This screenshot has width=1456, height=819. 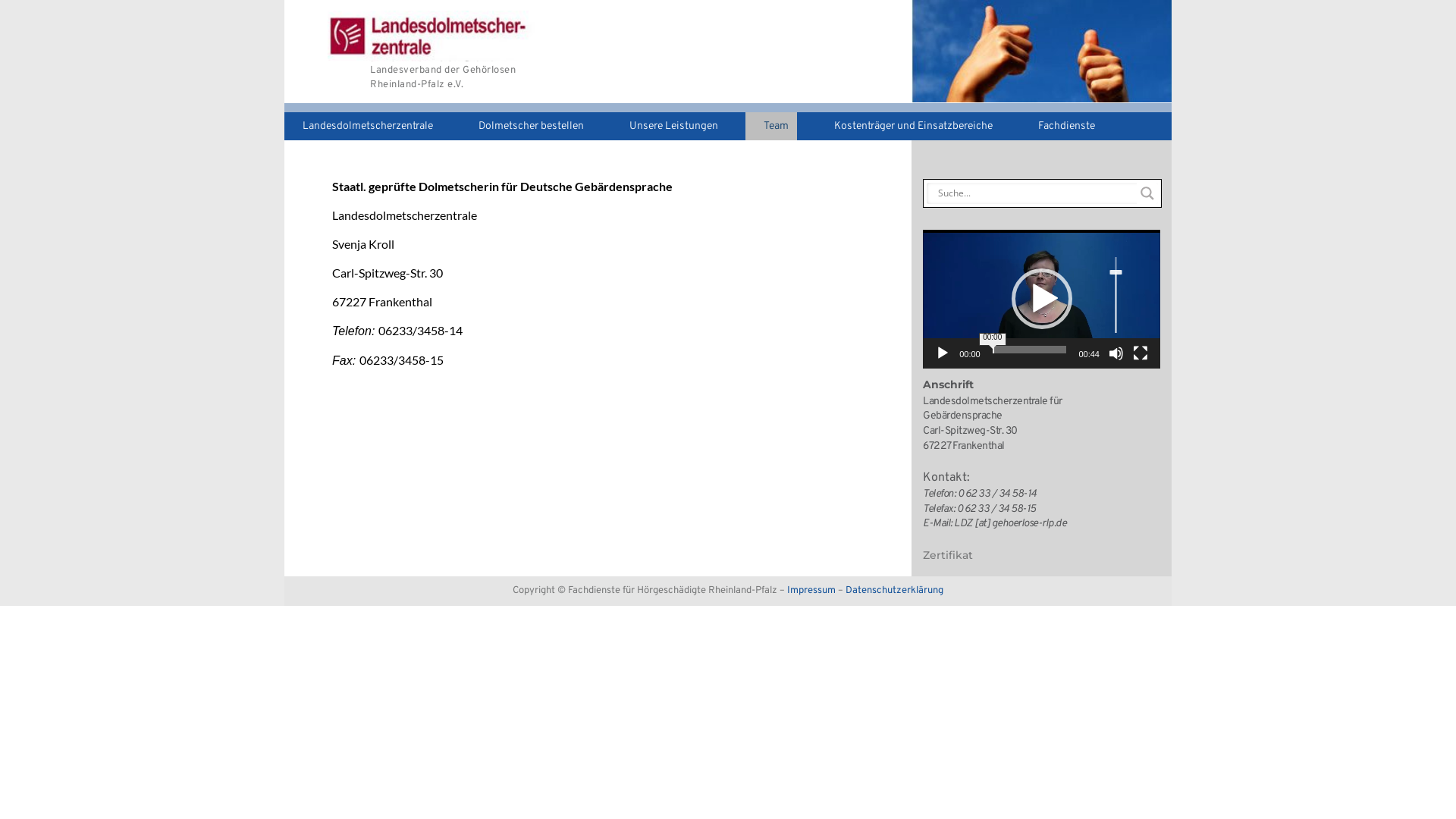 What do you see at coordinates (668, 125) in the screenshot?
I see `'Unsere Leistungen'` at bounding box center [668, 125].